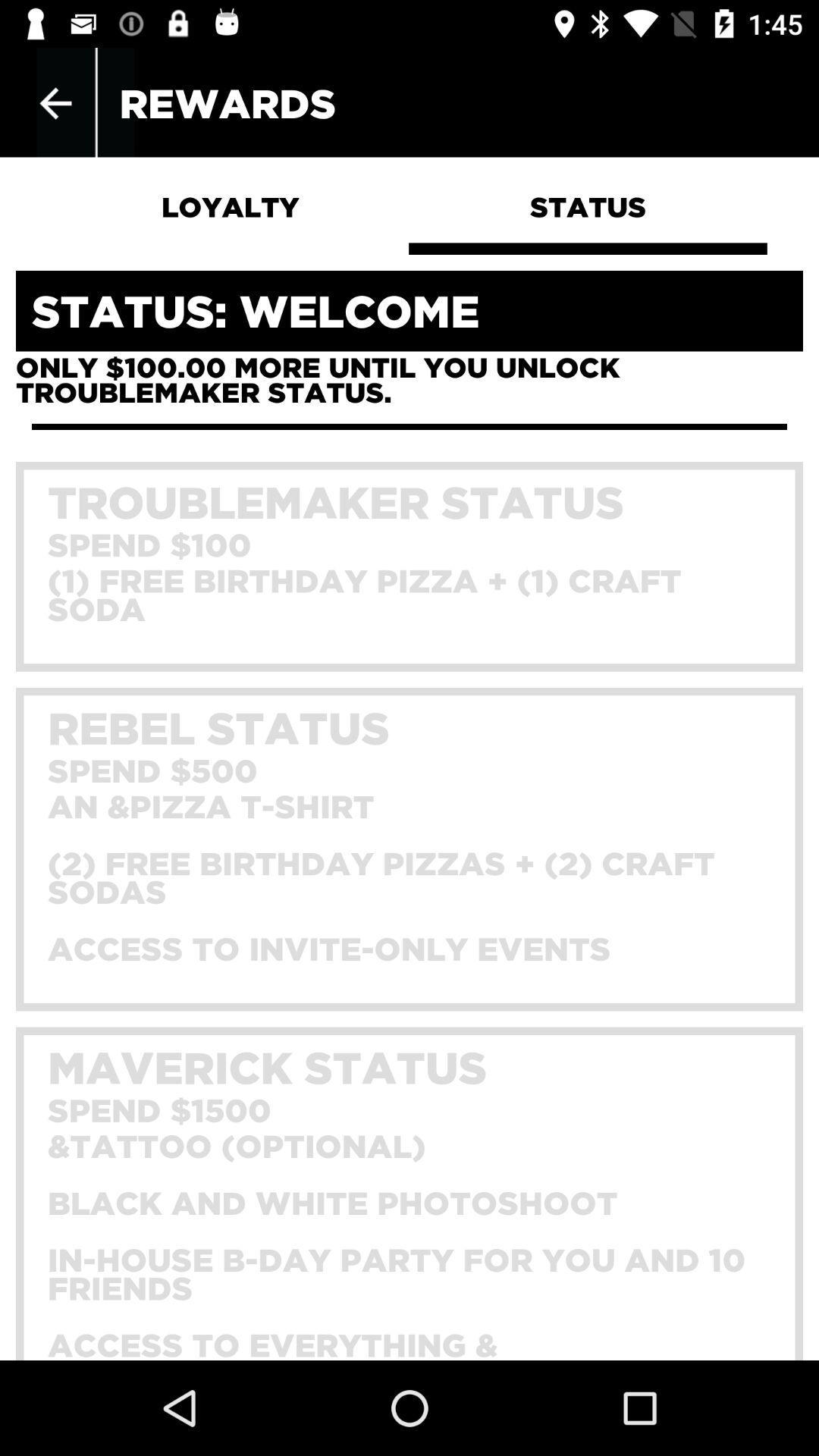 The height and width of the screenshot is (1456, 819). I want to click on item to the left of the rewards icon, so click(55, 102).